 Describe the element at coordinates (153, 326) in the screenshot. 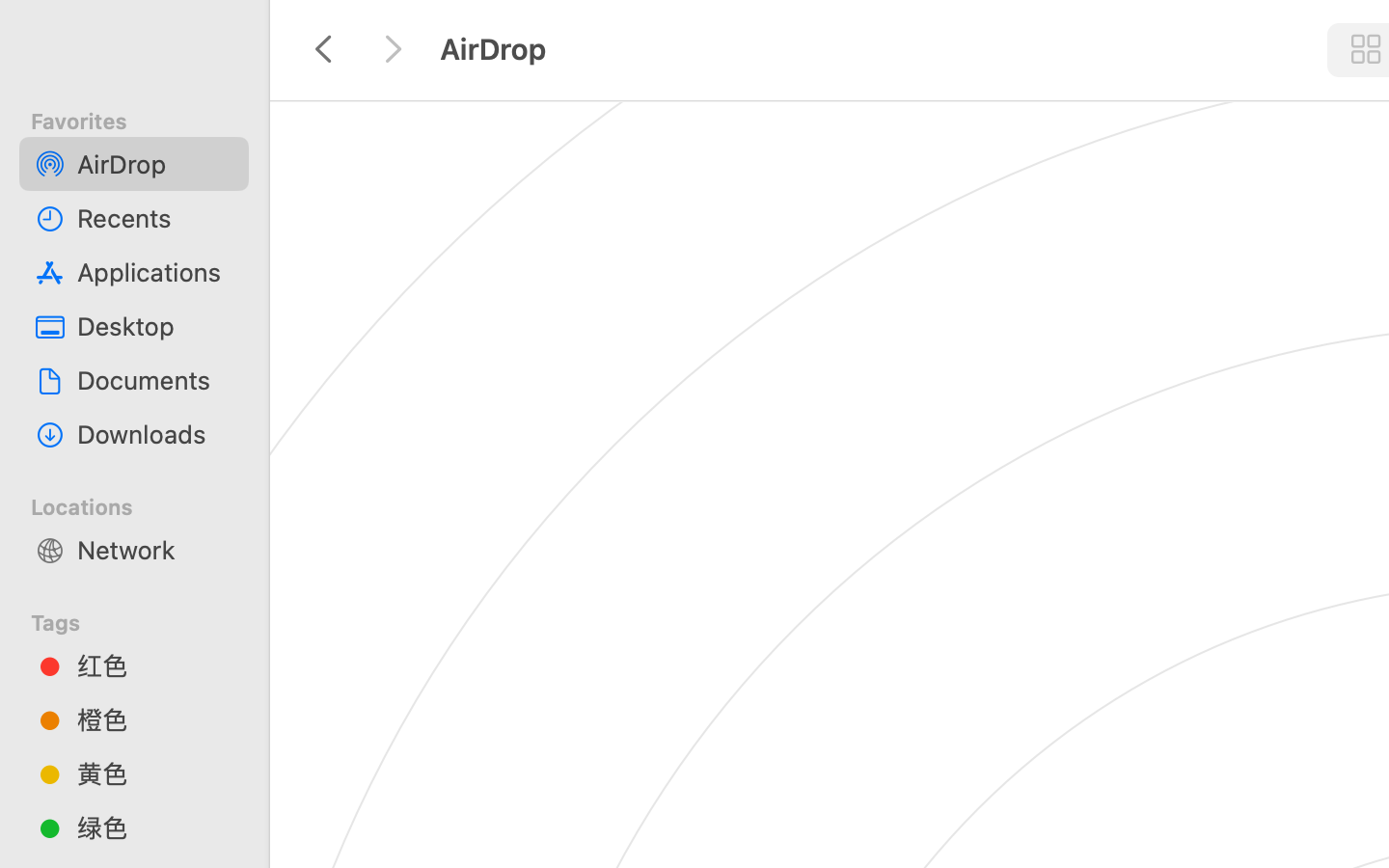

I see `'Desktop'` at that location.